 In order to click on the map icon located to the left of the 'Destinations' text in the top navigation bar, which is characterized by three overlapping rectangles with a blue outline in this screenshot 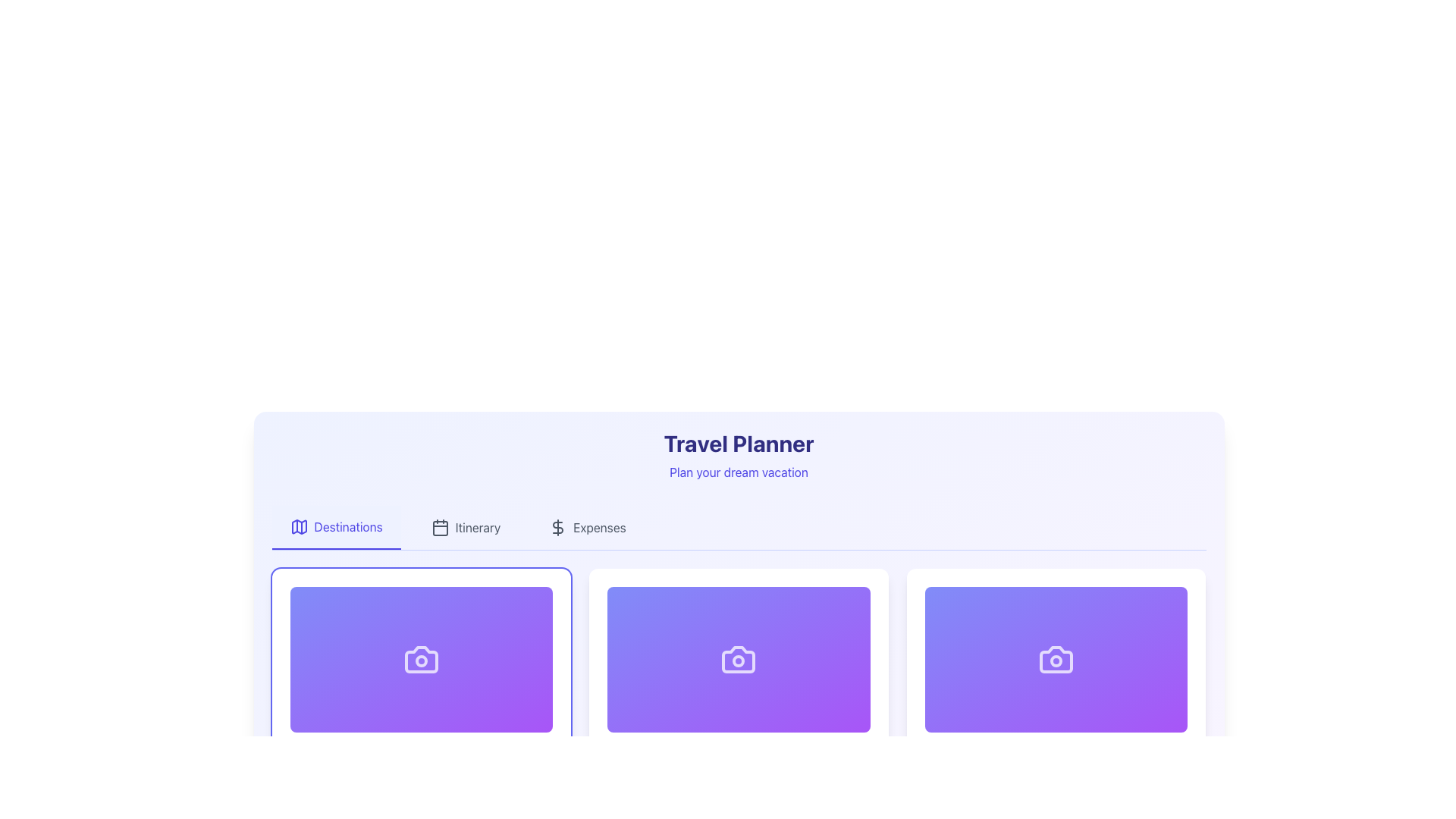, I will do `click(299, 526)`.